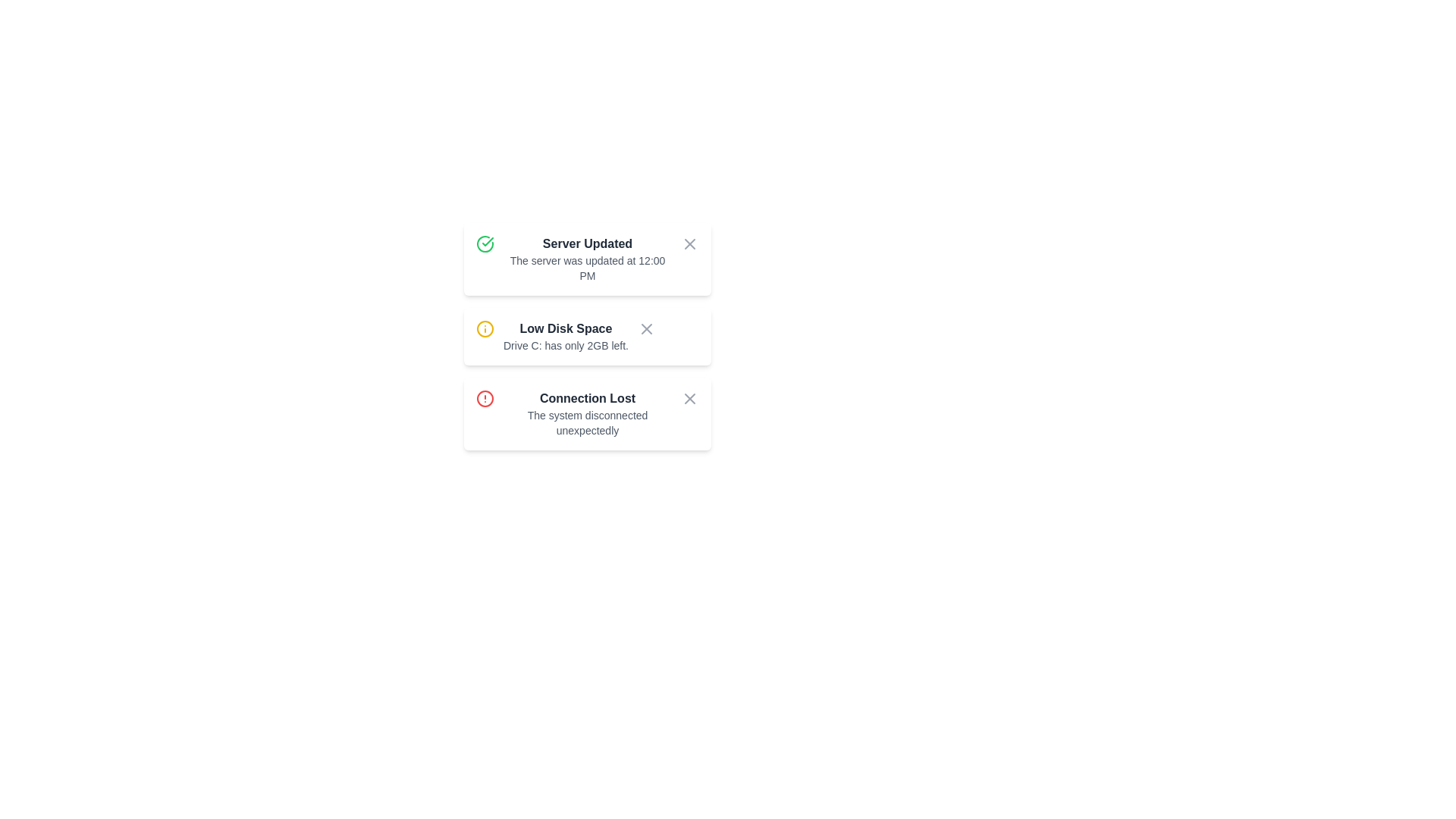 This screenshot has width=1456, height=819. I want to click on the warning notification titled 'Connection Lost' which contains the message 'The system disconnected unexpectedly.', so click(586, 414).